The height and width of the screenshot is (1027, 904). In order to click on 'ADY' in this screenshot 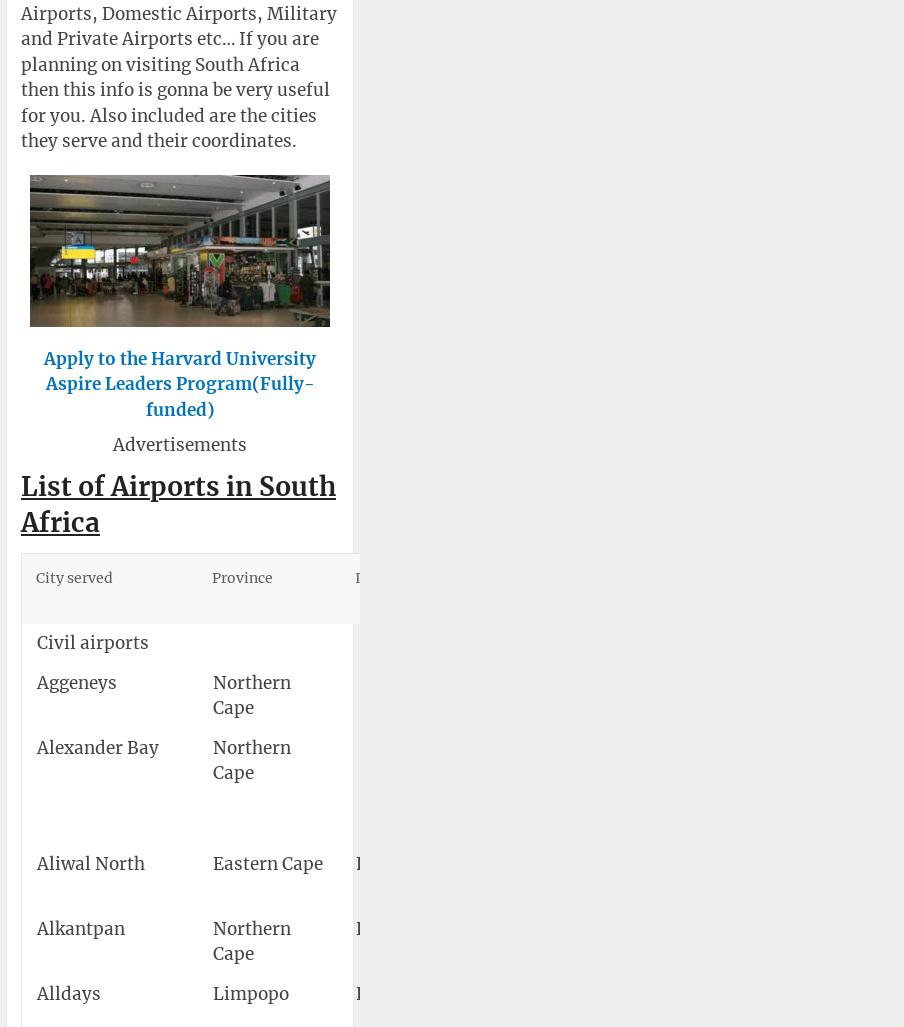, I will do `click(460, 992)`.